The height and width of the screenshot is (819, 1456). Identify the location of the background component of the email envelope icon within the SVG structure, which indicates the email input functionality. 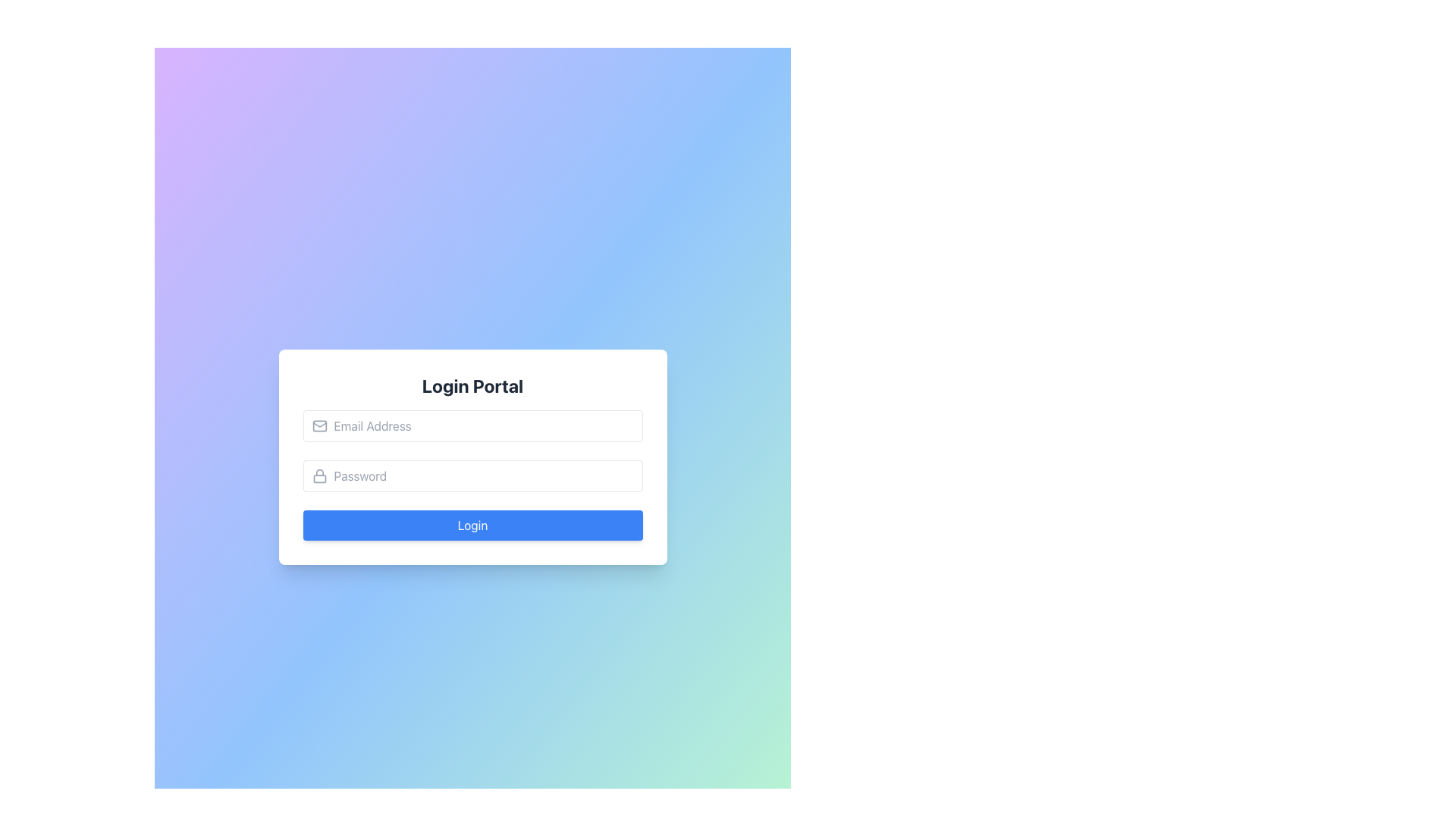
(318, 426).